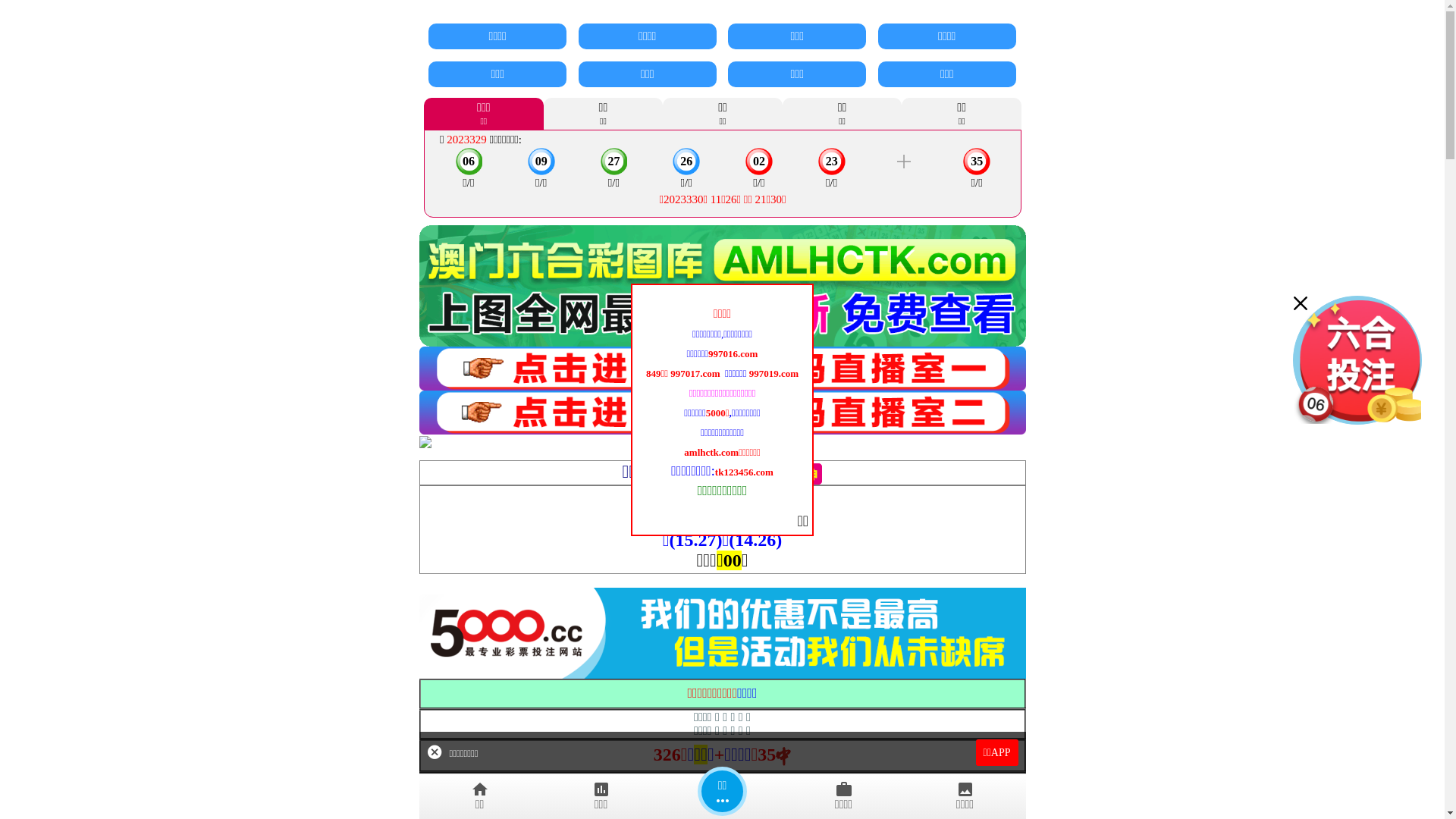 This screenshot has width=1456, height=819. I want to click on '997017.com ', so click(697, 372).